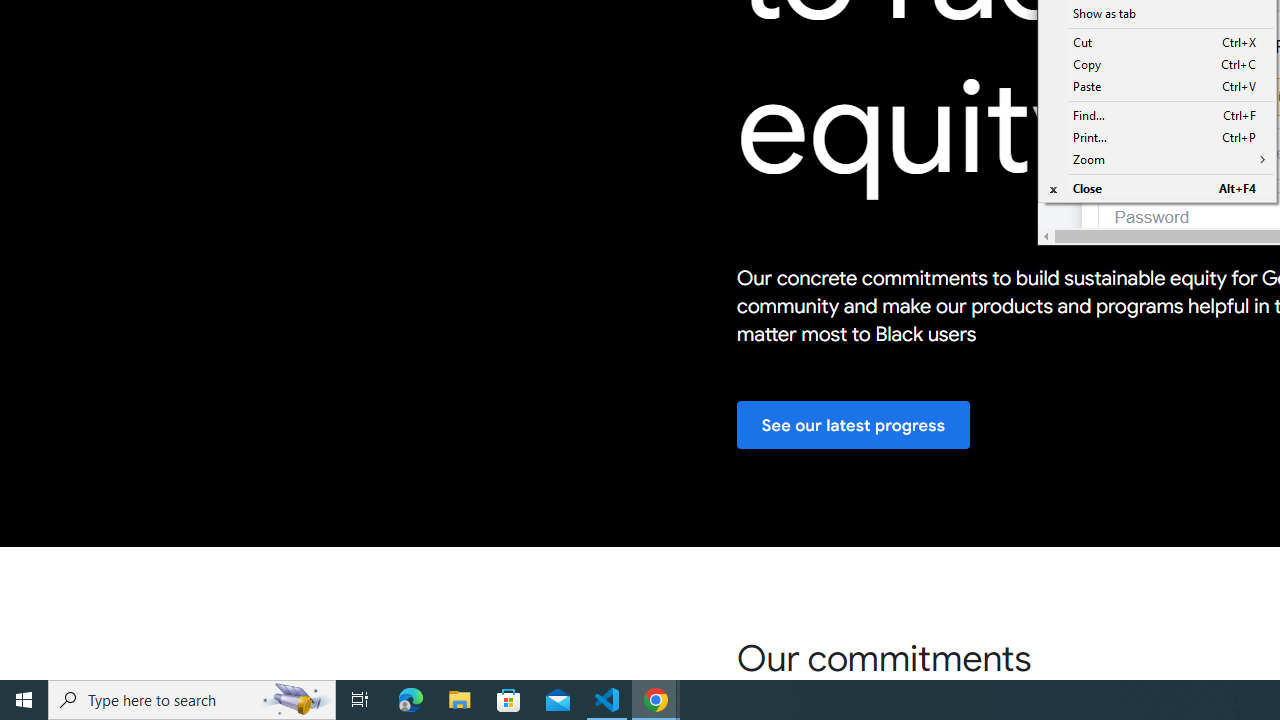 The height and width of the screenshot is (720, 1280). I want to click on 'Zoom', so click(1157, 159).